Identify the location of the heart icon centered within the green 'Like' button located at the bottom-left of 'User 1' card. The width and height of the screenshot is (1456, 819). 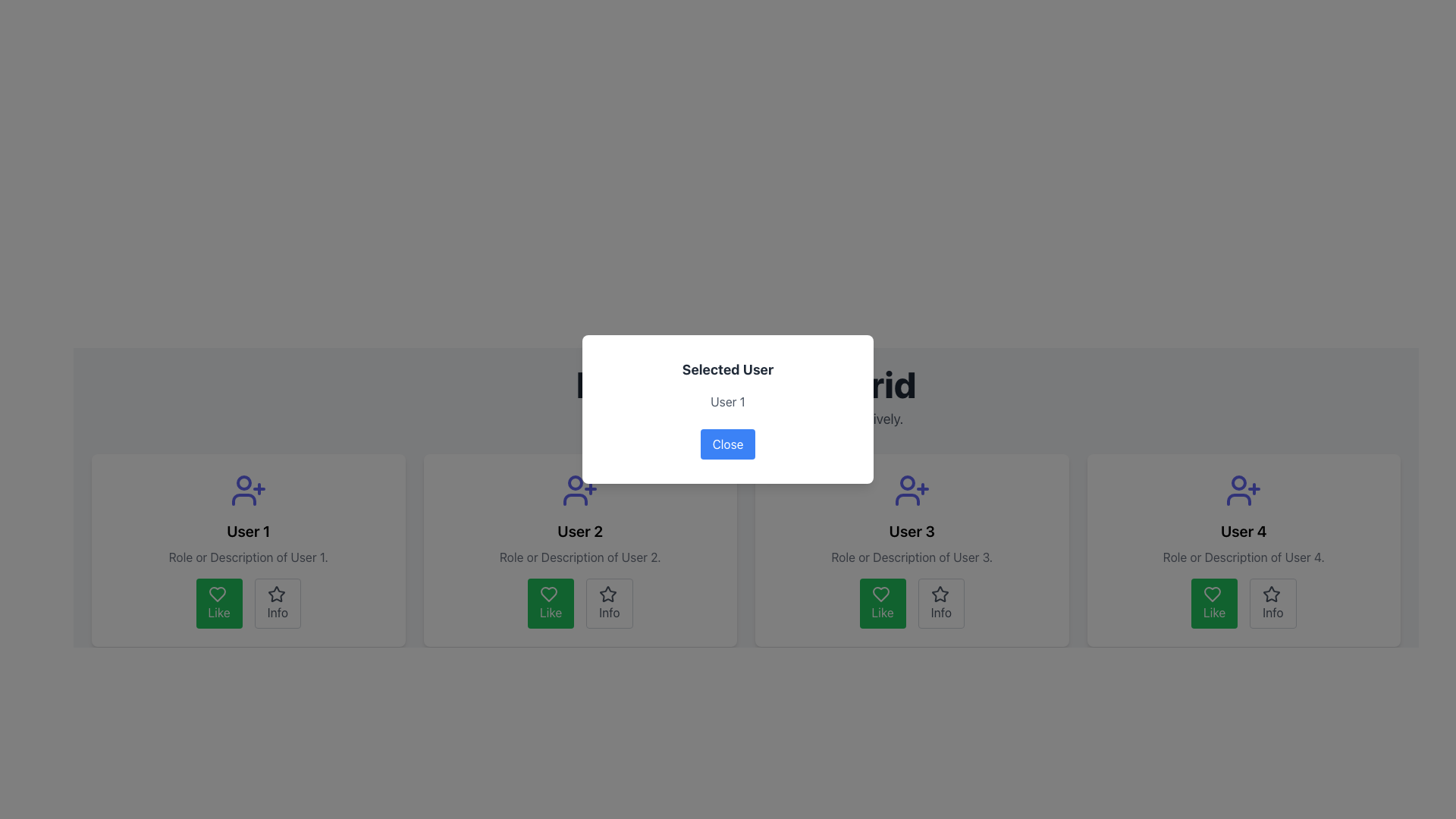
(216, 593).